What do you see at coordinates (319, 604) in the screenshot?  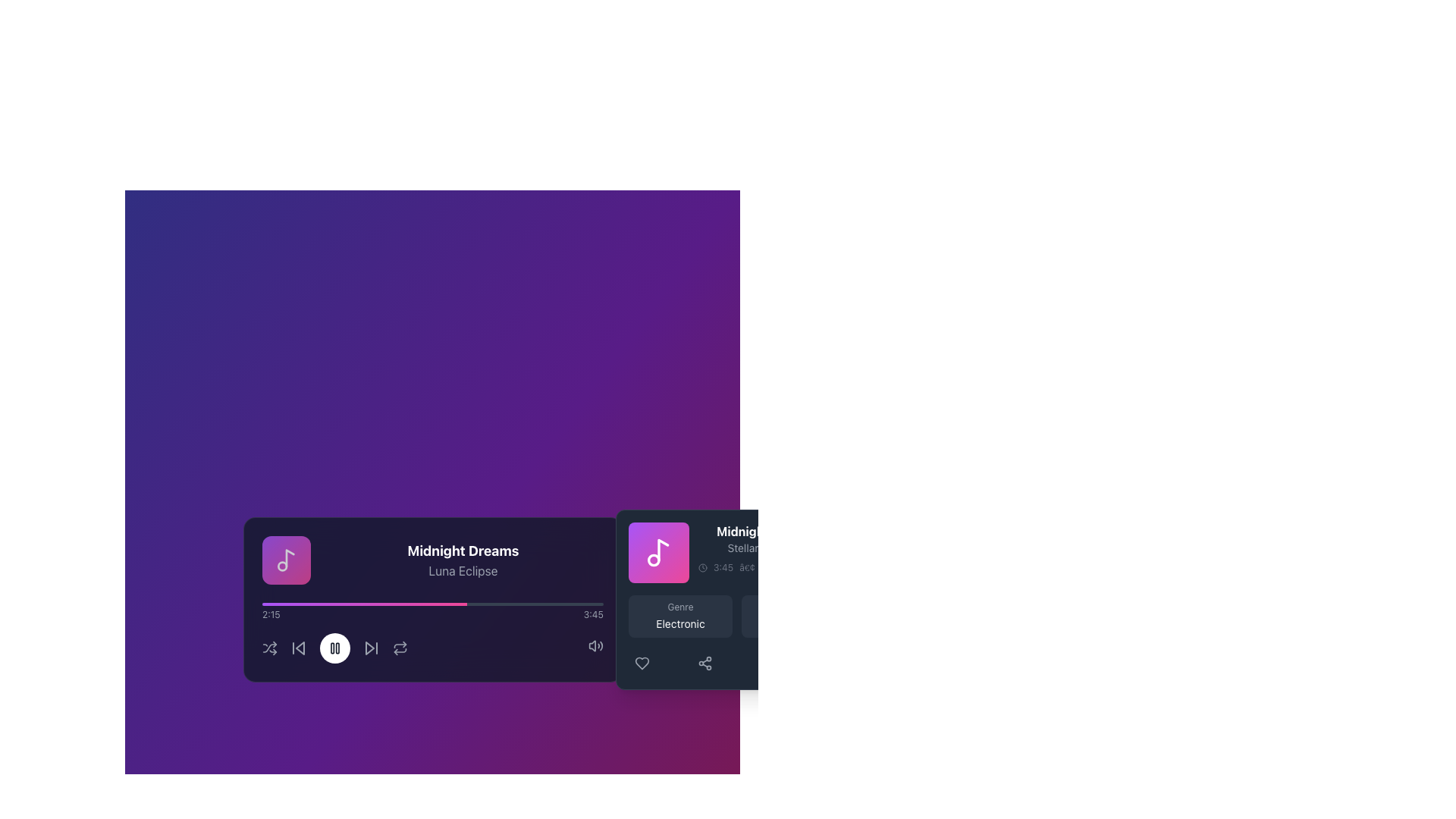 I see `playback progress` at bounding box center [319, 604].